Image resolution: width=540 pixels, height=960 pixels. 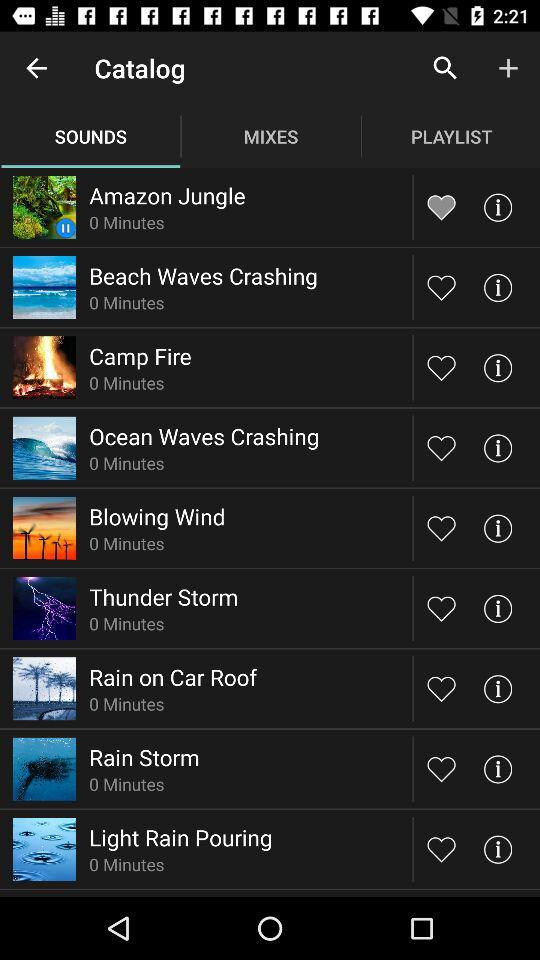 What do you see at coordinates (441, 207) in the screenshot?
I see `unfavorite song` at bounding box center [441, 207].